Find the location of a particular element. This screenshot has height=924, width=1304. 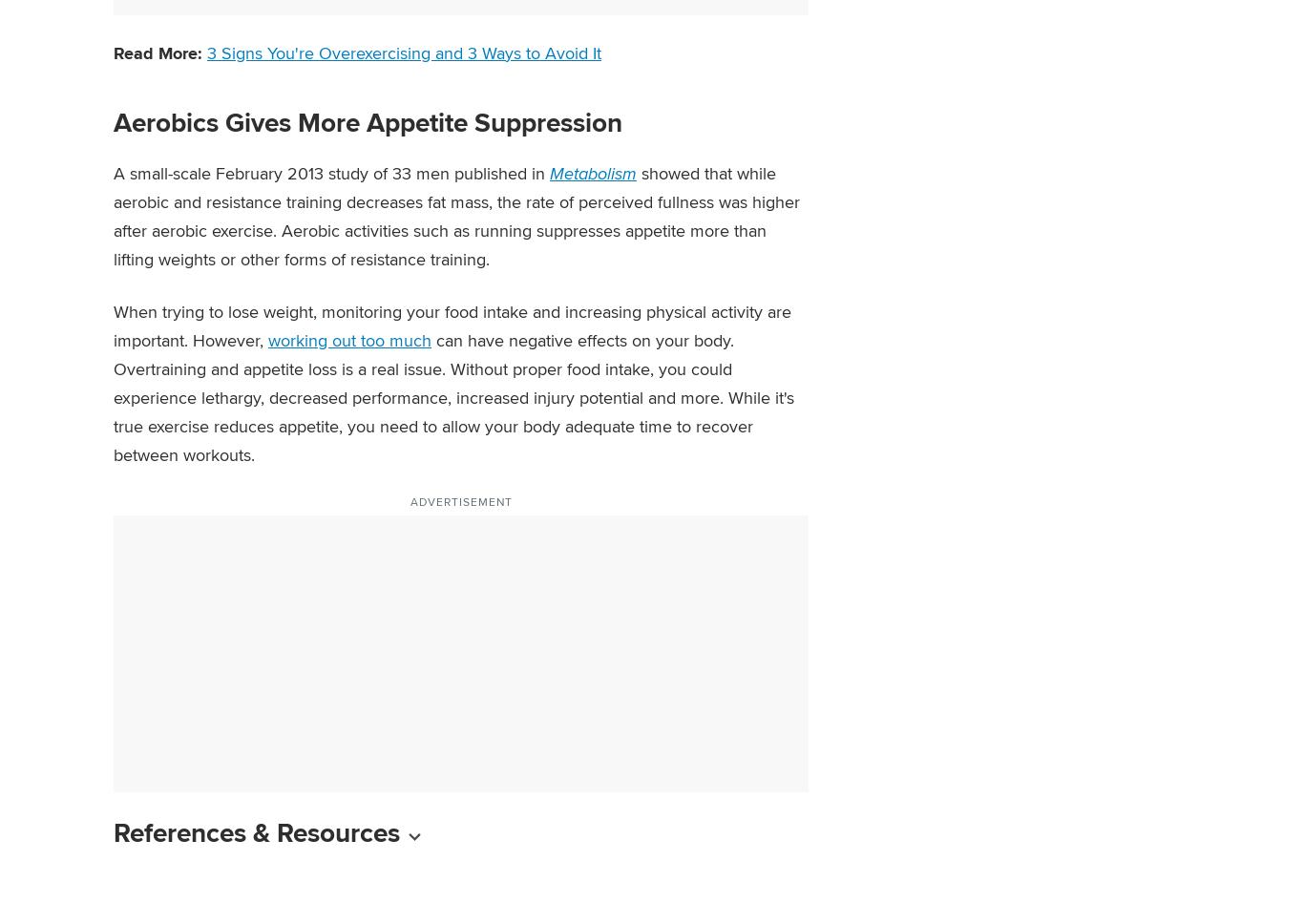

'Advertisement' is located at coordinates (460, 500).